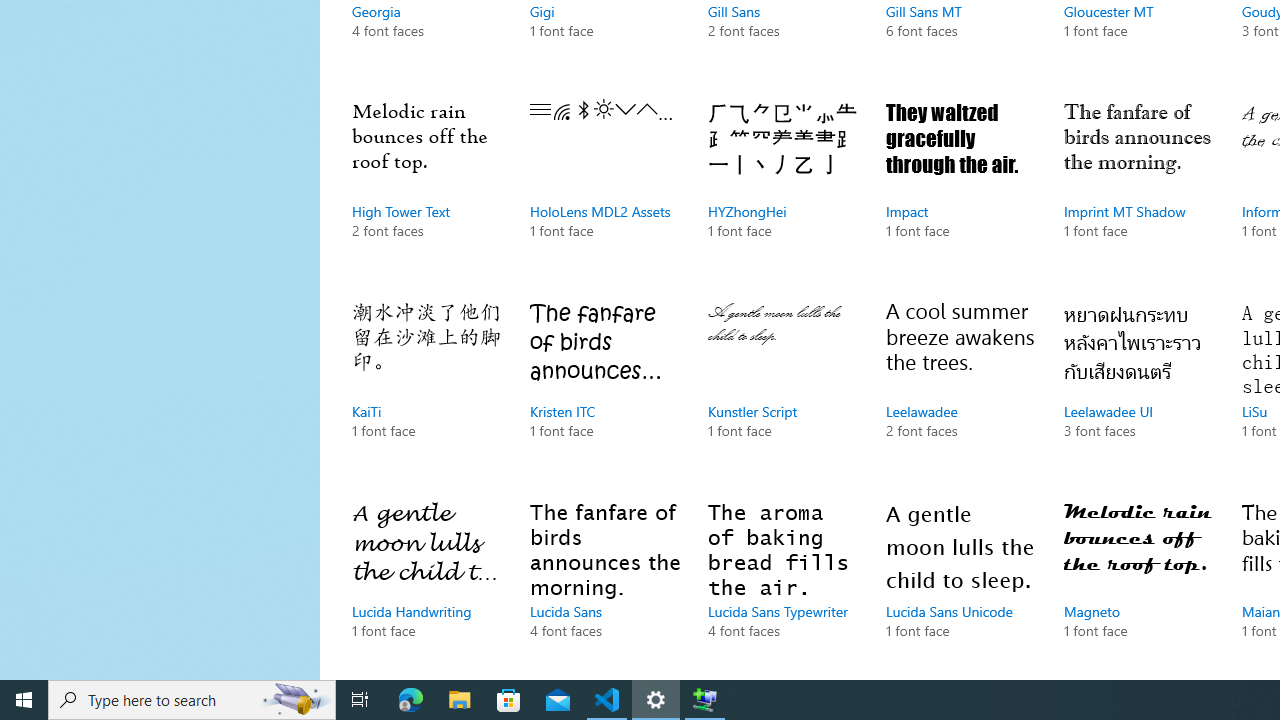 The height and width of the screenshot is (720, 1280). What do you see at coordinates (459, 698) in the screenshot?
I see `'File Explorer'` at bounding box center [459, 698].